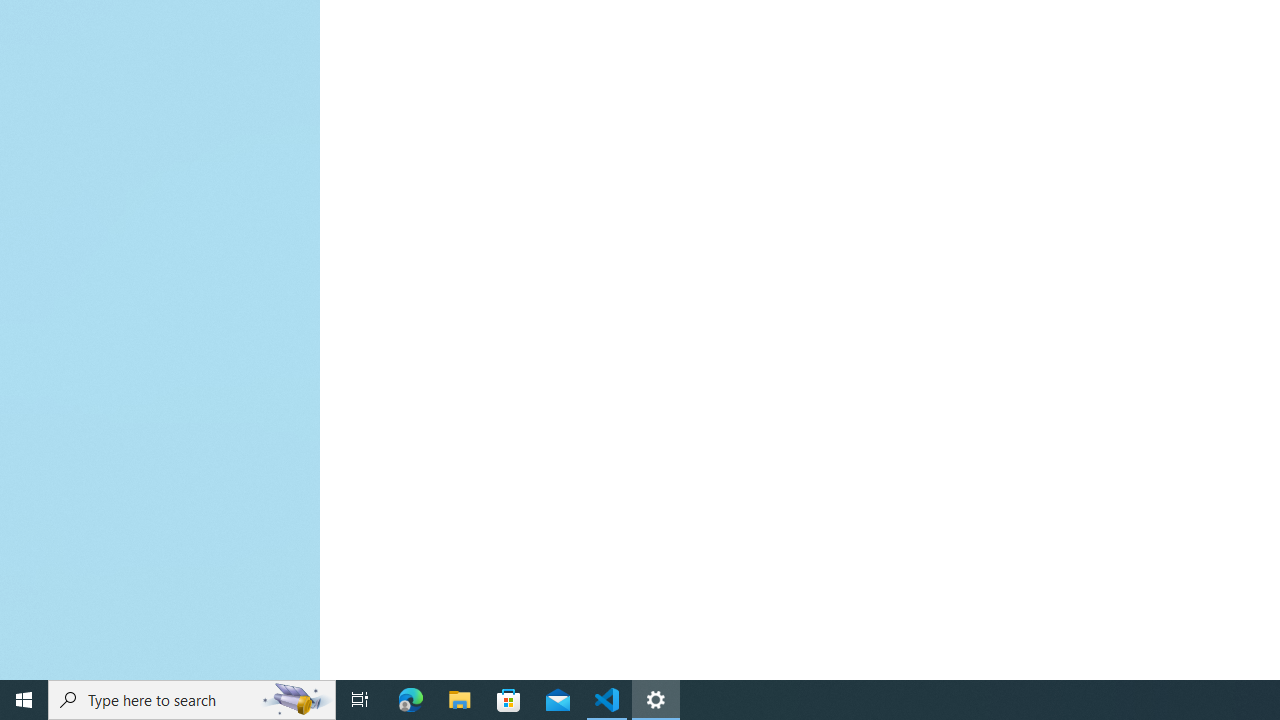 The width and height of the screenshot is (1280, 720). Describe the element at coordinates (294, 698) in the screenshot. I see `'Search highlights icon opens search home window'` at that location.